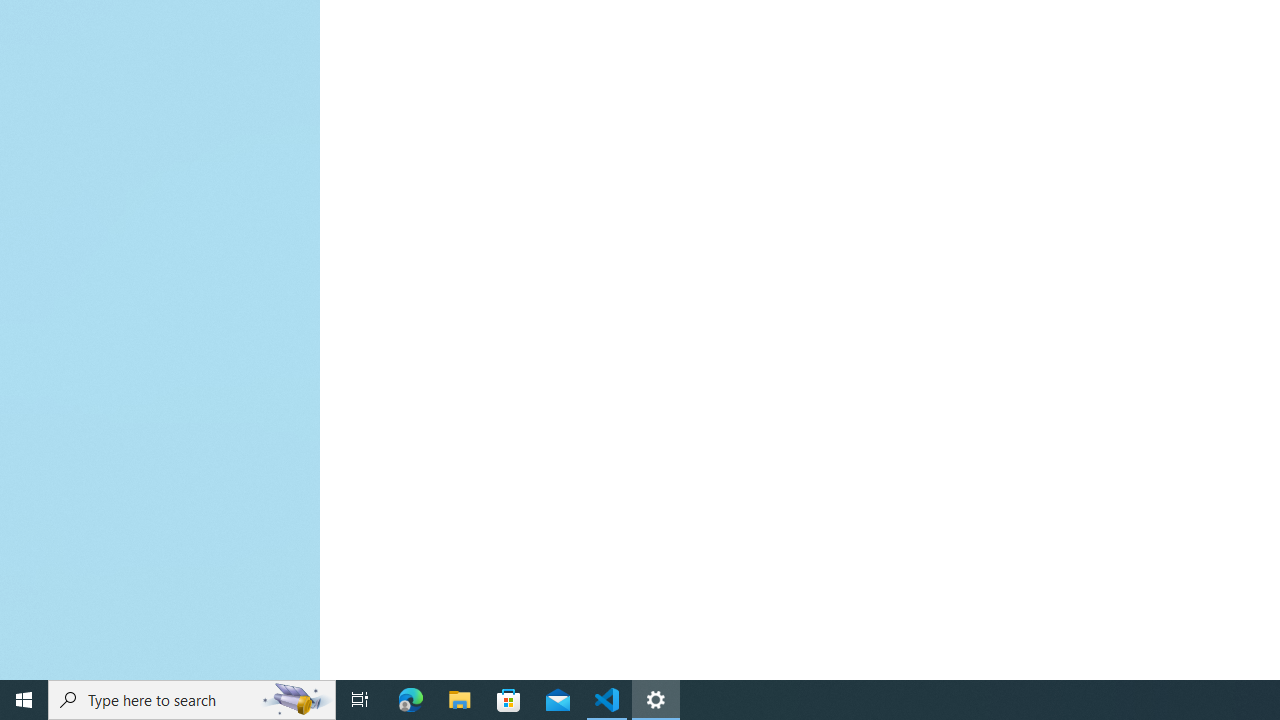 The width and height of the screenshot is (1280, 720). Describe the element at coordinates (294, 698) in the screenshot. I see `'Search highlights icon opens search home window'` at that location.